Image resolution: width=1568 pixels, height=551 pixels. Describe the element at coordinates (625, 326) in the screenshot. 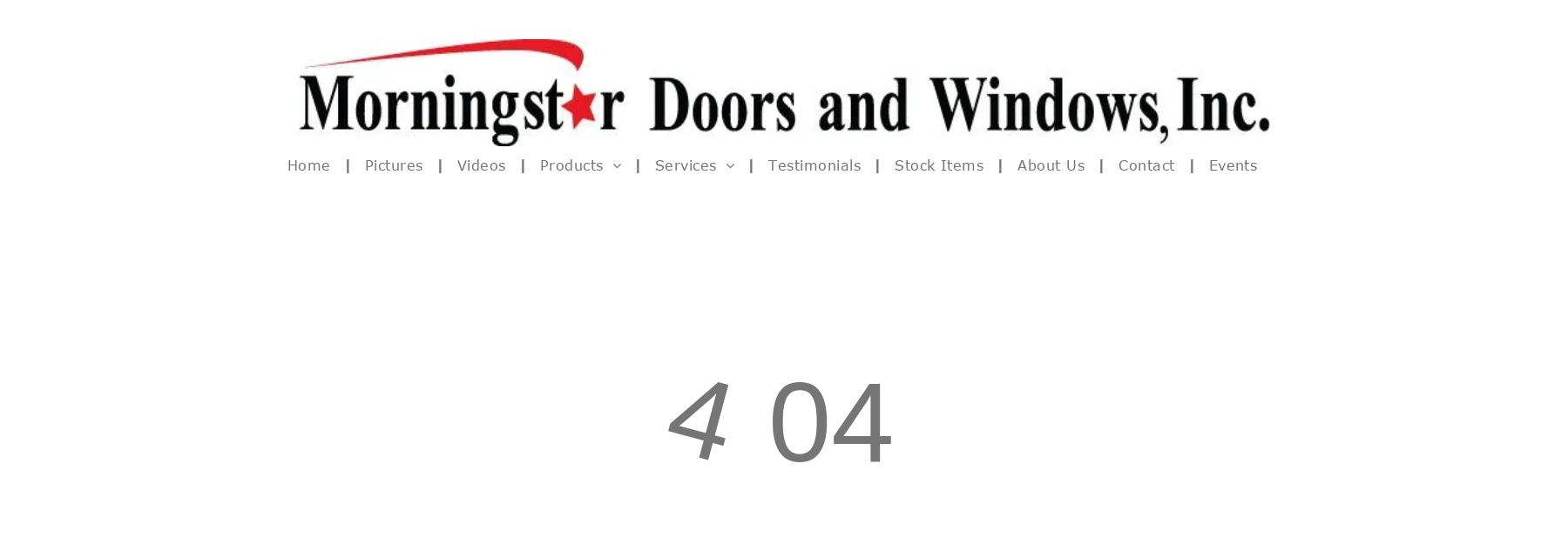

I see `'Tilt n Turn Windows & Doors'` at that location.